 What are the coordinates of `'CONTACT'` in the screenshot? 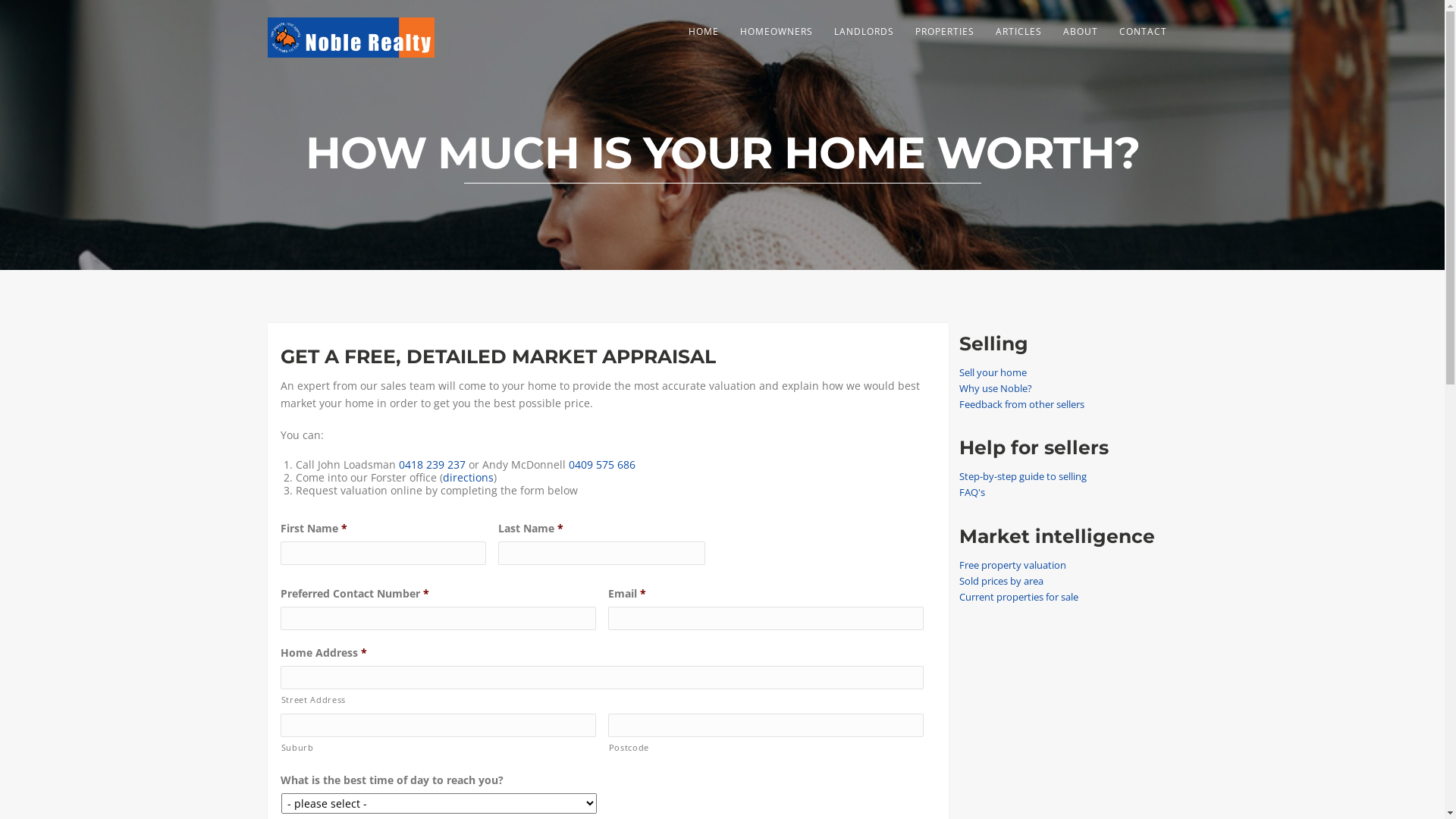 It's located at (1143, 32).